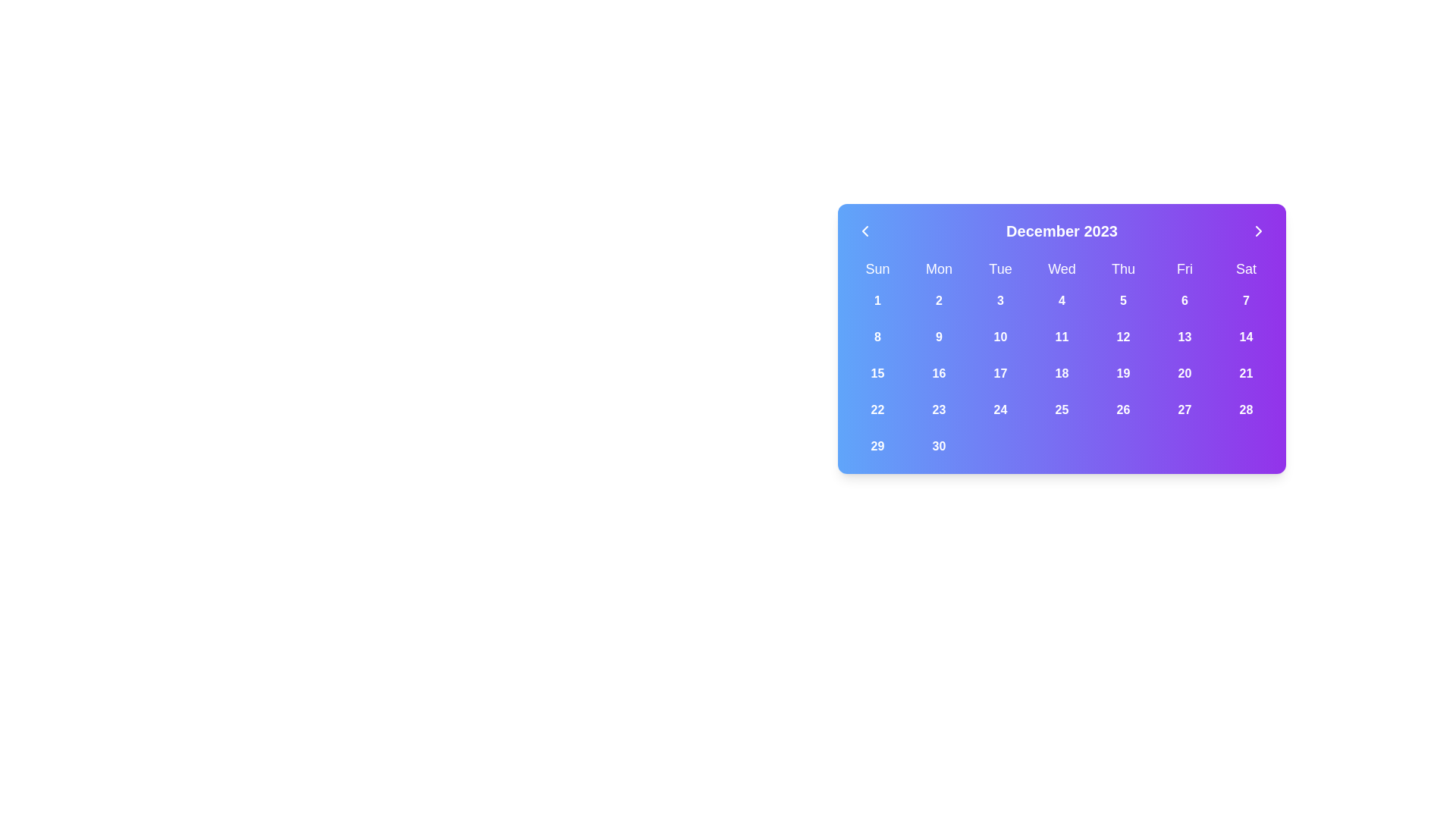 The width and height of the screenshot is (1456, 819). What do you see at coordinates (938, 336) in the screenshot?
I see `the selectable calendar date button representing the 9th of December 2023, located in the second row and third column under the 'Mon' header` at bounding box center [938, 336].